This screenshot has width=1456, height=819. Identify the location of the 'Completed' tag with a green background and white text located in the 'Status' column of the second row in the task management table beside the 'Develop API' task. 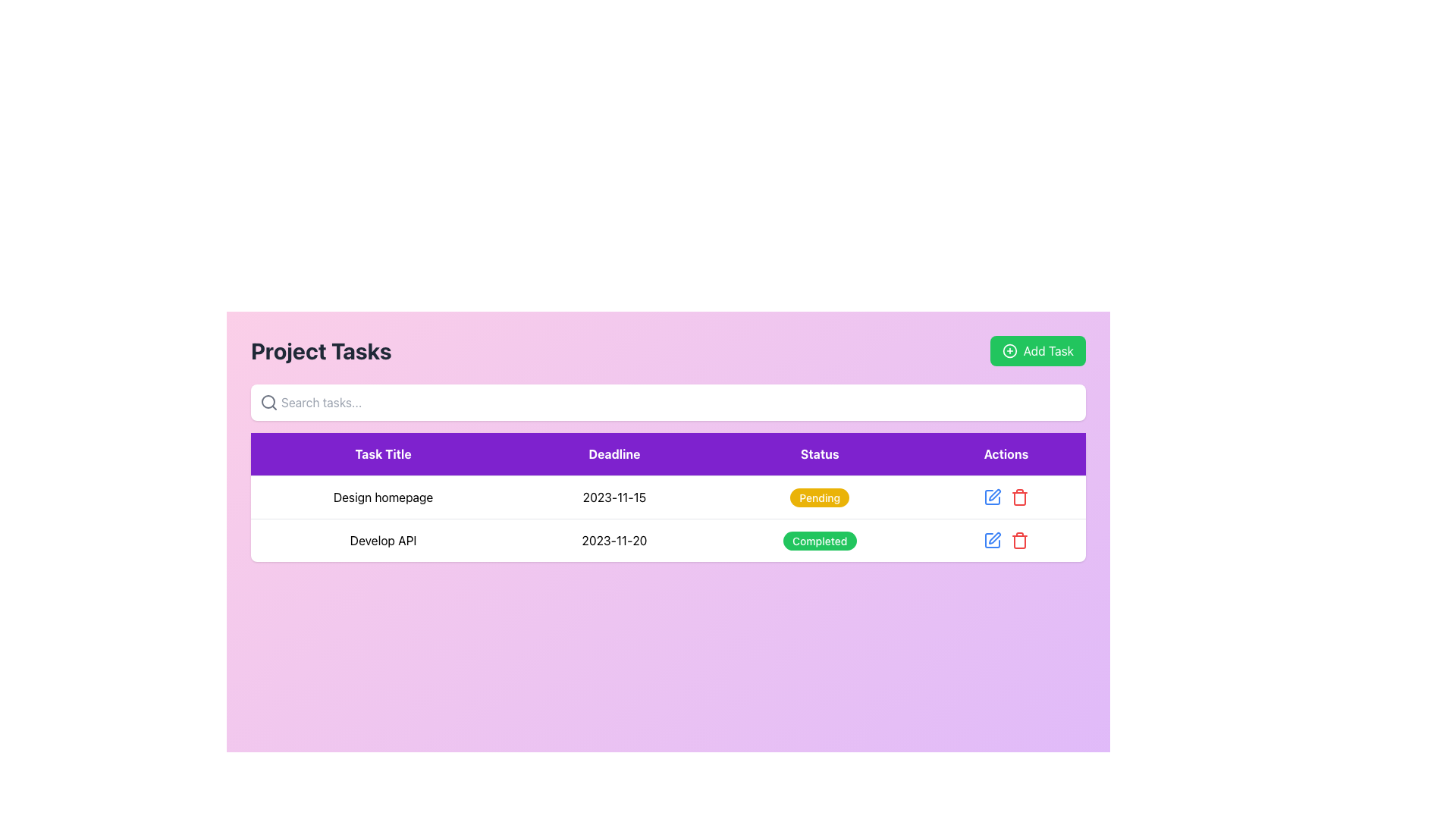
(819, 540).